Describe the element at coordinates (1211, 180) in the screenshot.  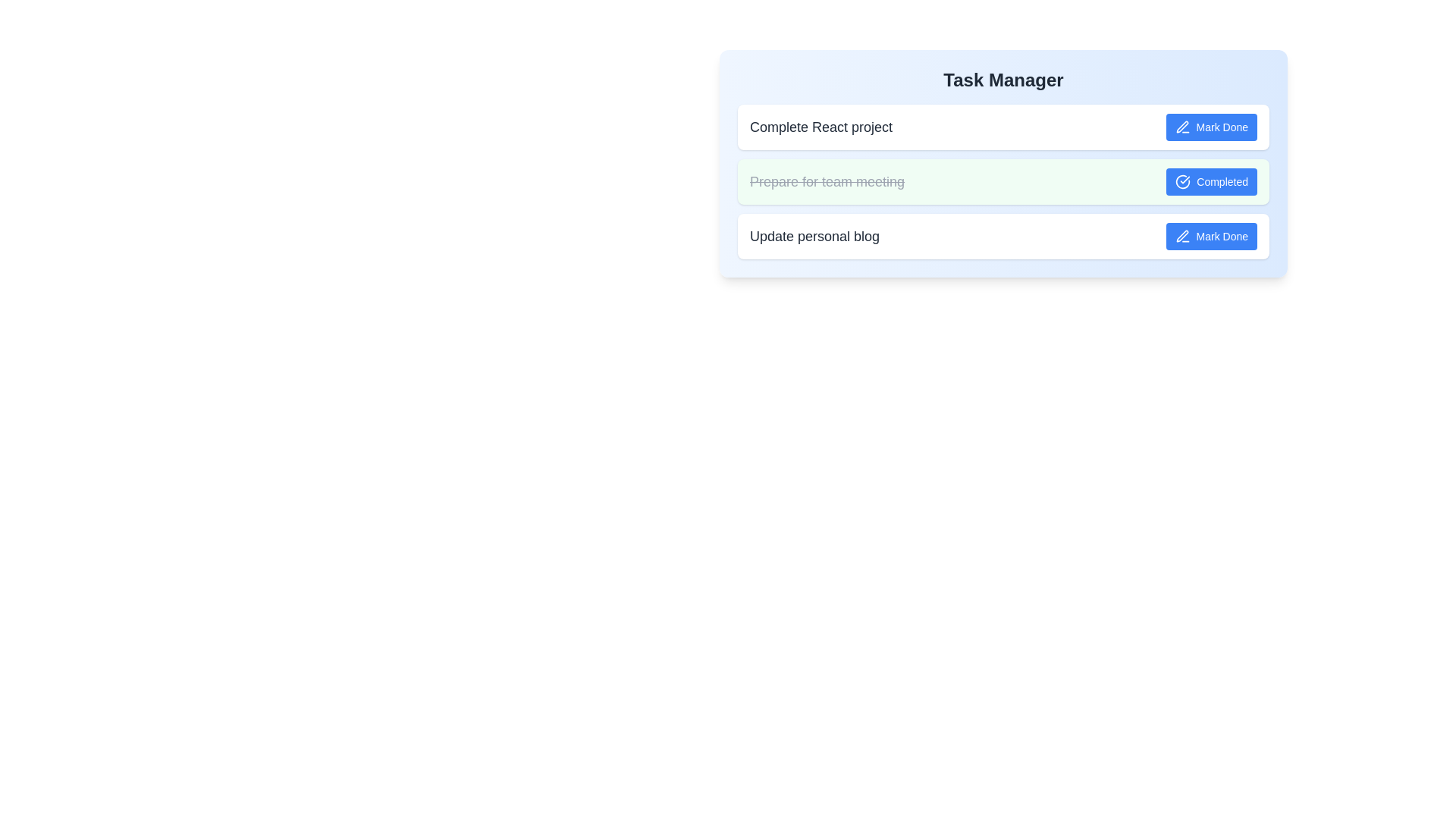
I see `button next to the task labeled 'Prepare for team meeting' to toggle its completion status` at that location.